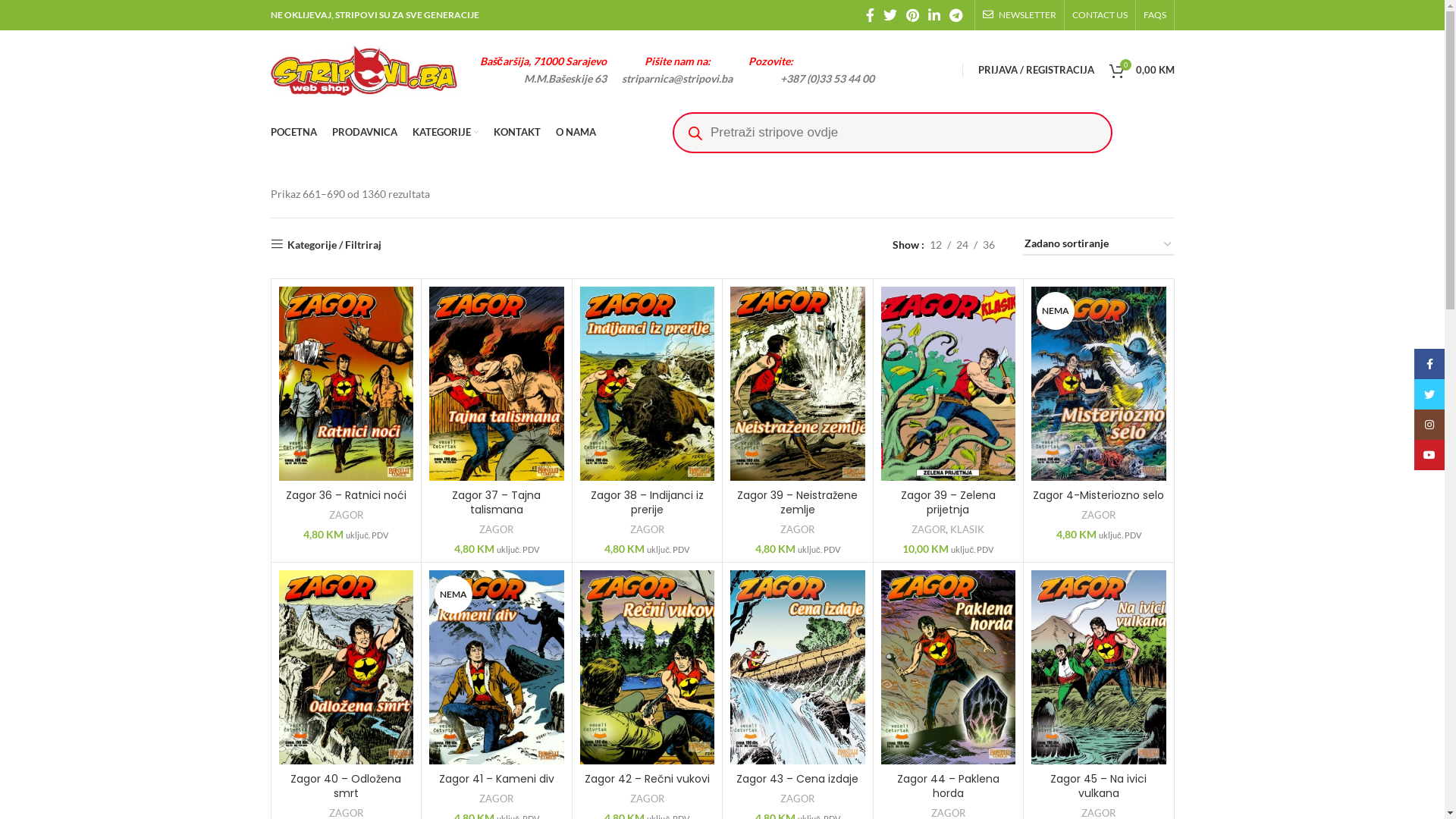  Describe the element at coordinates (516, 131) in the screenshot. I see `'KONTAKT'` at that location.